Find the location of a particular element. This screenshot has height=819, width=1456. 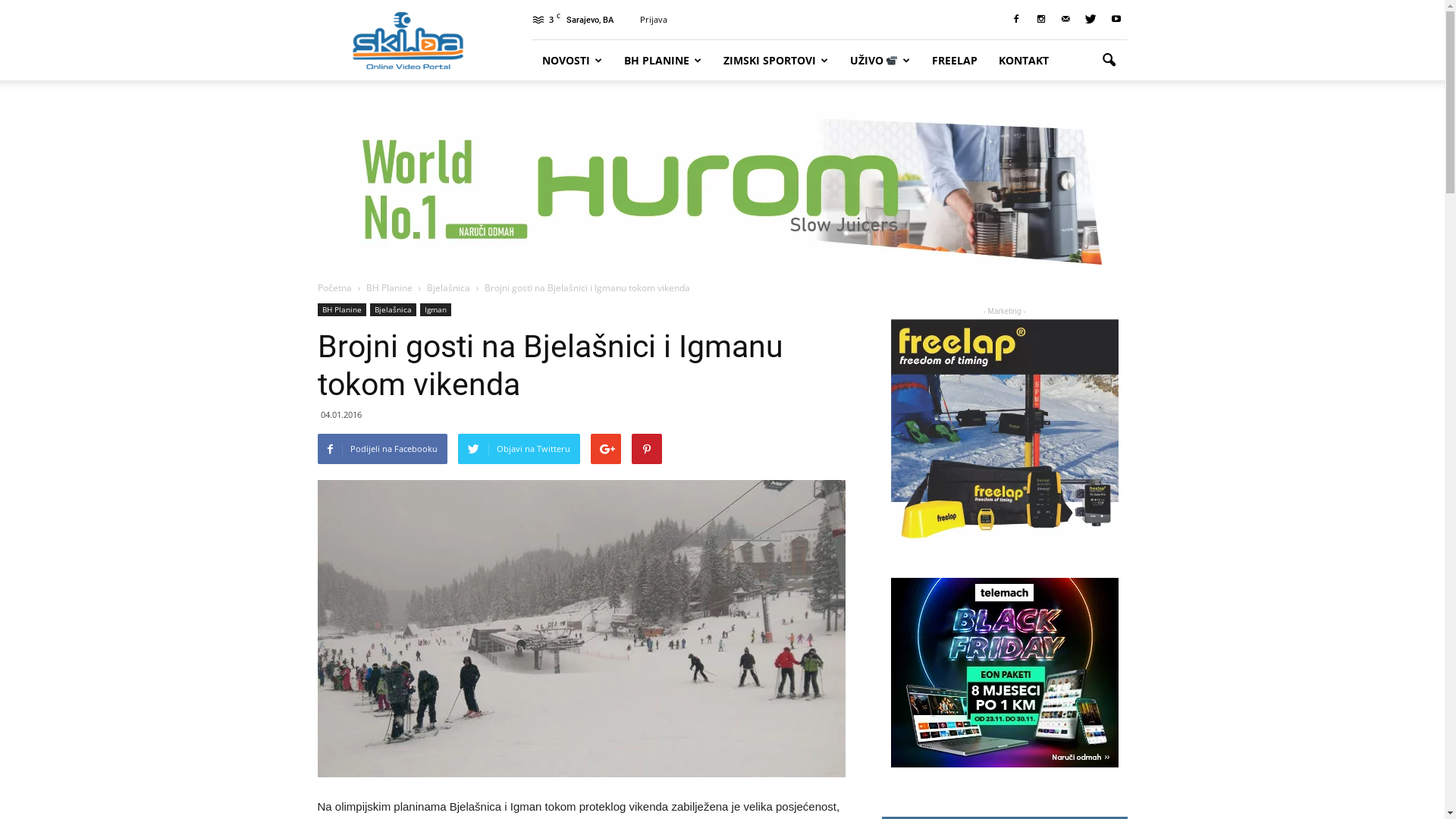

'NOVOSTI' is located at coordinates (531, 59).